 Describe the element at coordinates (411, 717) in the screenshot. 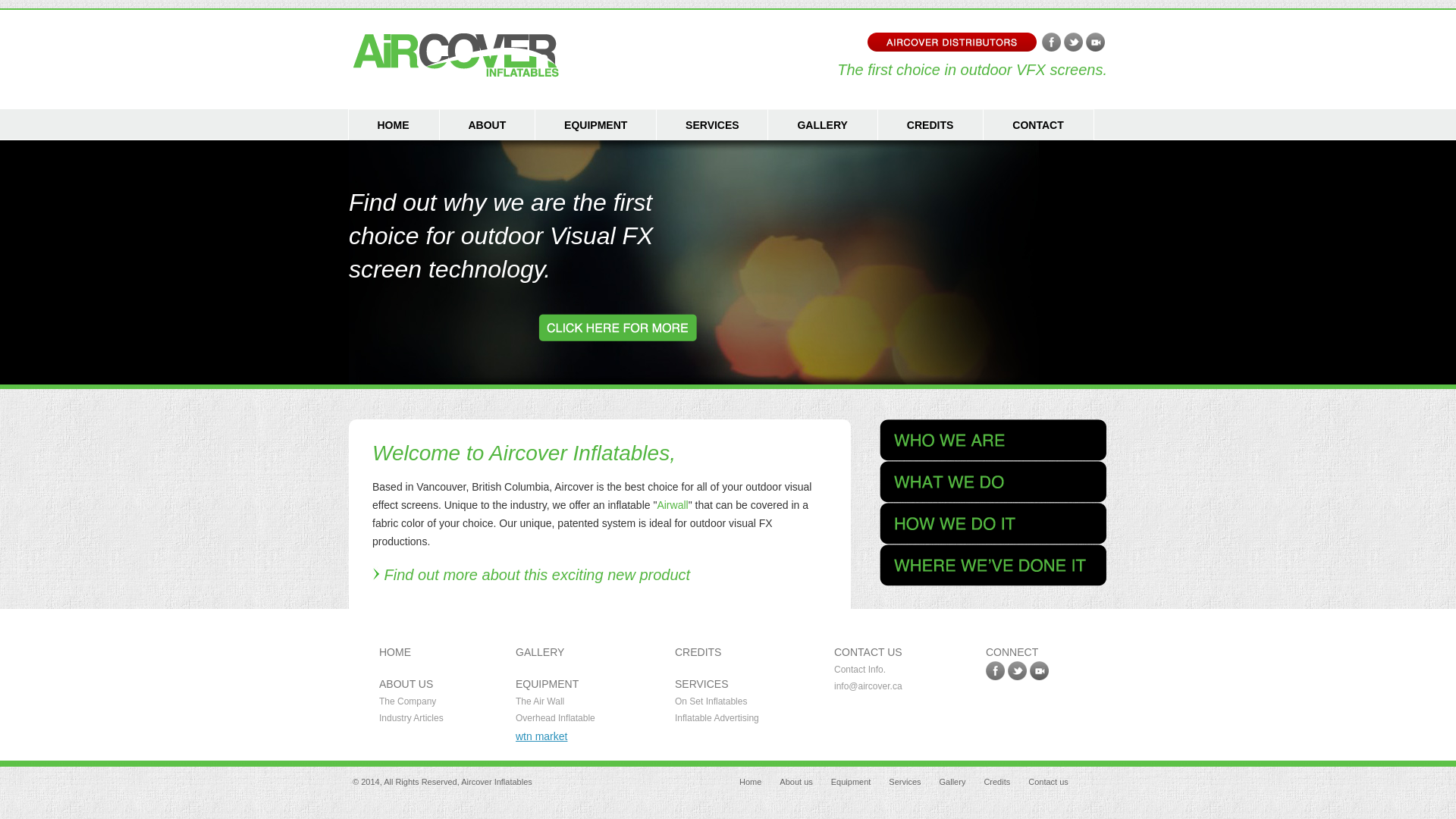

I see `'Industry Articles'` at that location.